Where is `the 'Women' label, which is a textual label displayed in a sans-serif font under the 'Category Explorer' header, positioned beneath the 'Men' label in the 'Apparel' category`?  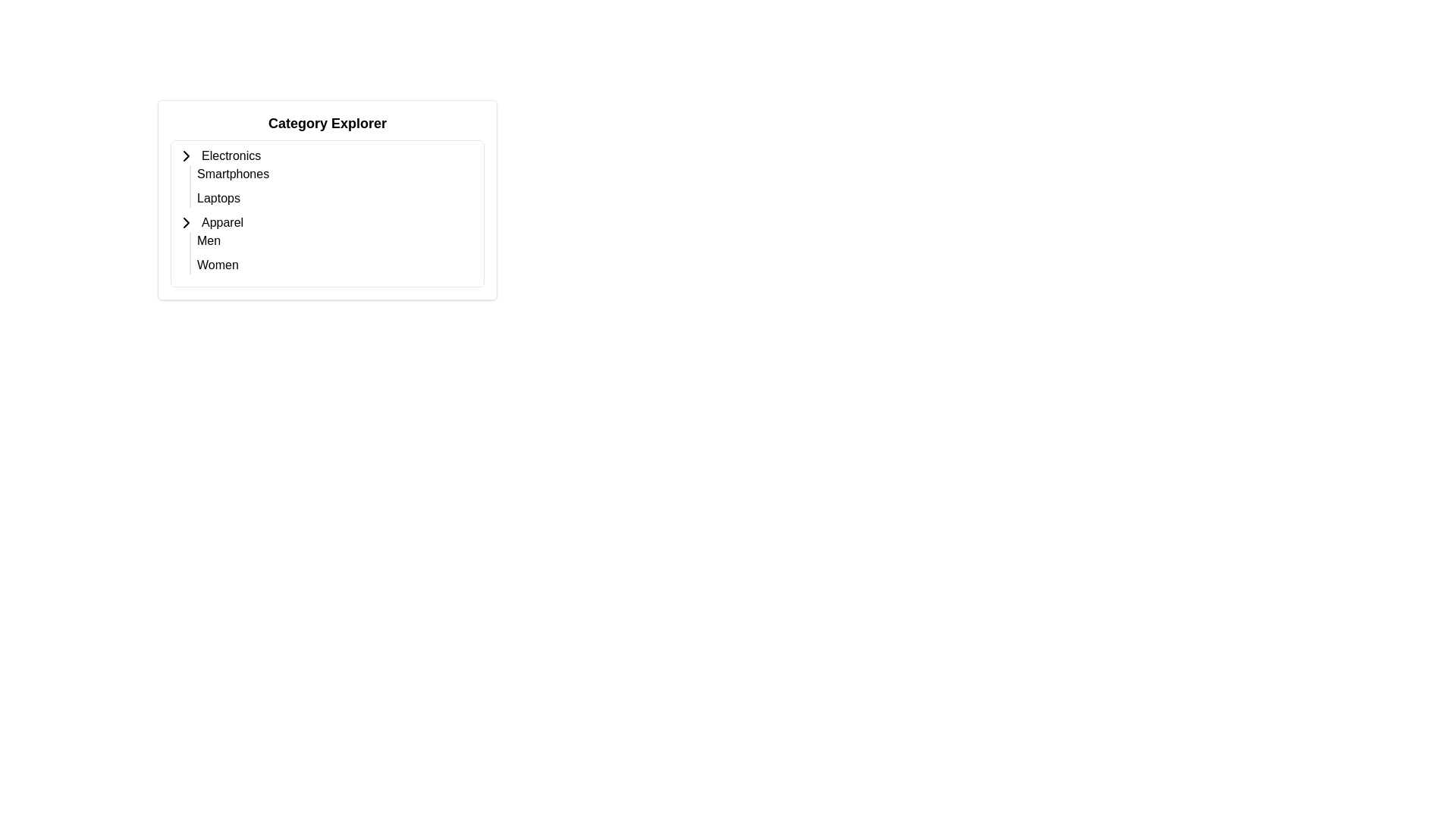 the 'Women' label, which is a textual label displayed in a sans-serif font under the 'Category Explorer' header, positioned beneath the 'Men' label in the 'Apparel' category is located at coordinates (217, 265).